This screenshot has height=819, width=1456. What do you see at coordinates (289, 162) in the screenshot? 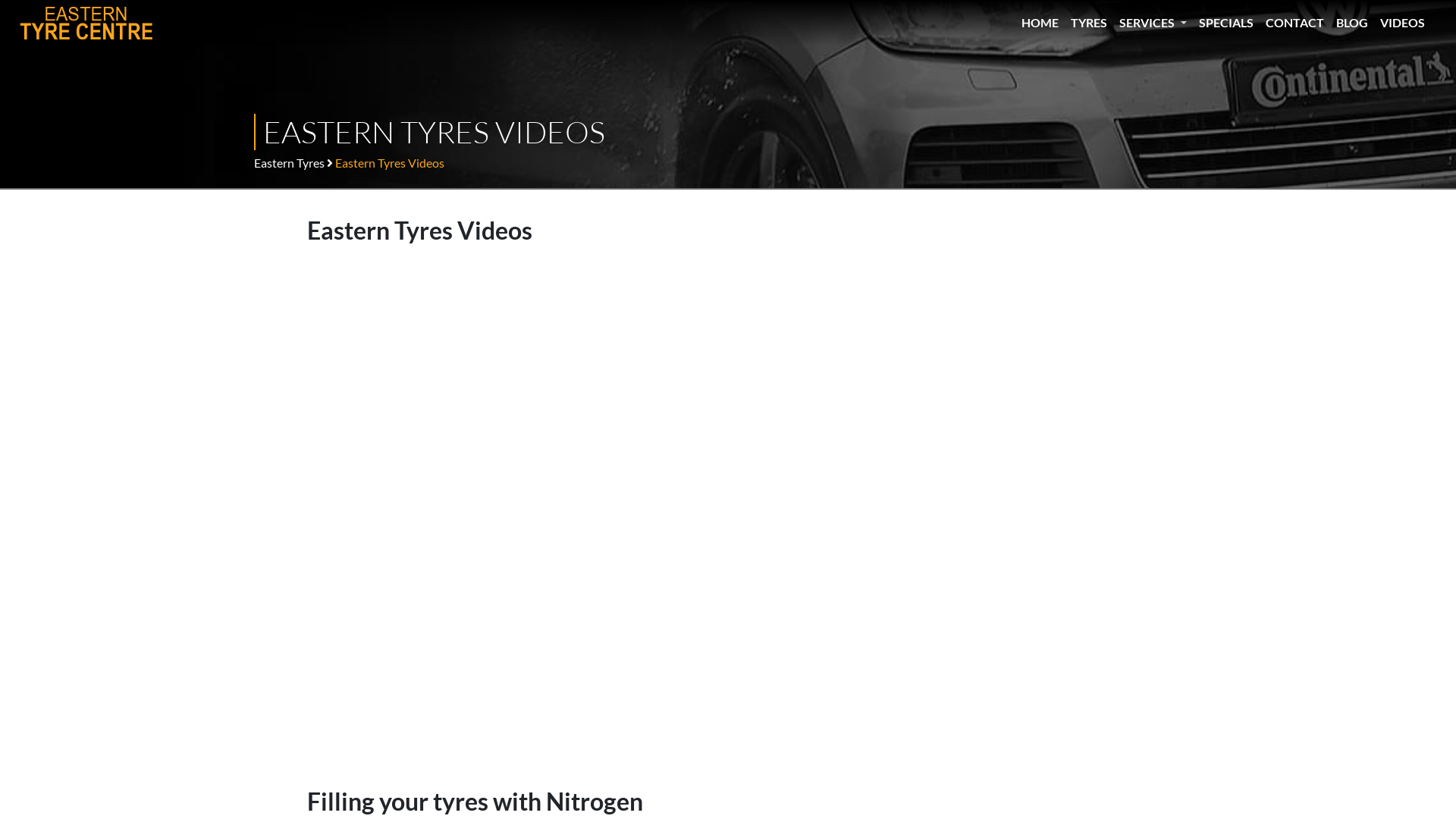
I see `'Eastern Tyres'` at bounding box center [289, 162].